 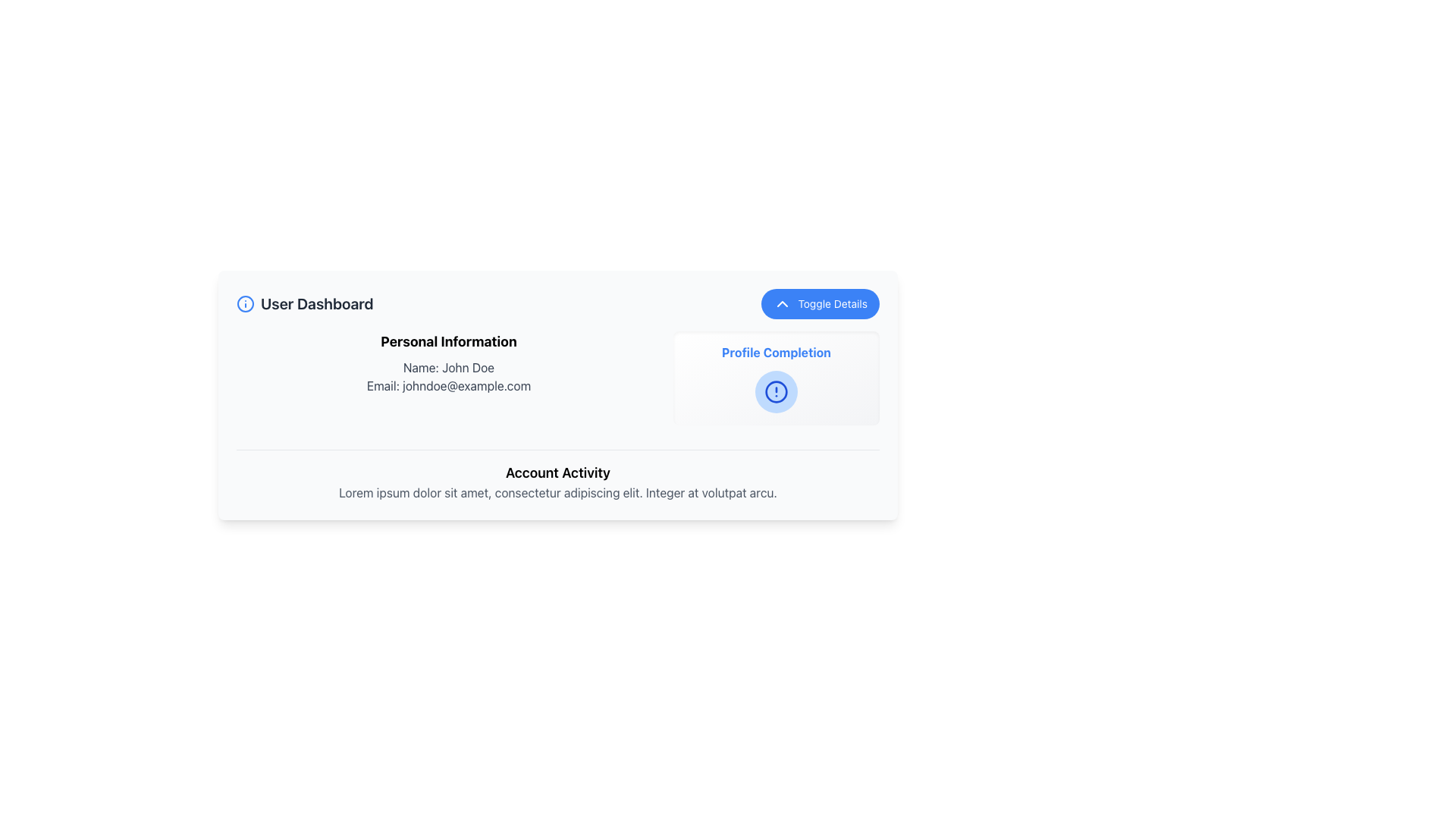 I want to click on the decorative circle component within the SVG icon in the 'Profile Completion' section, which serves as a visual indicator, so click(x=776, y=391).